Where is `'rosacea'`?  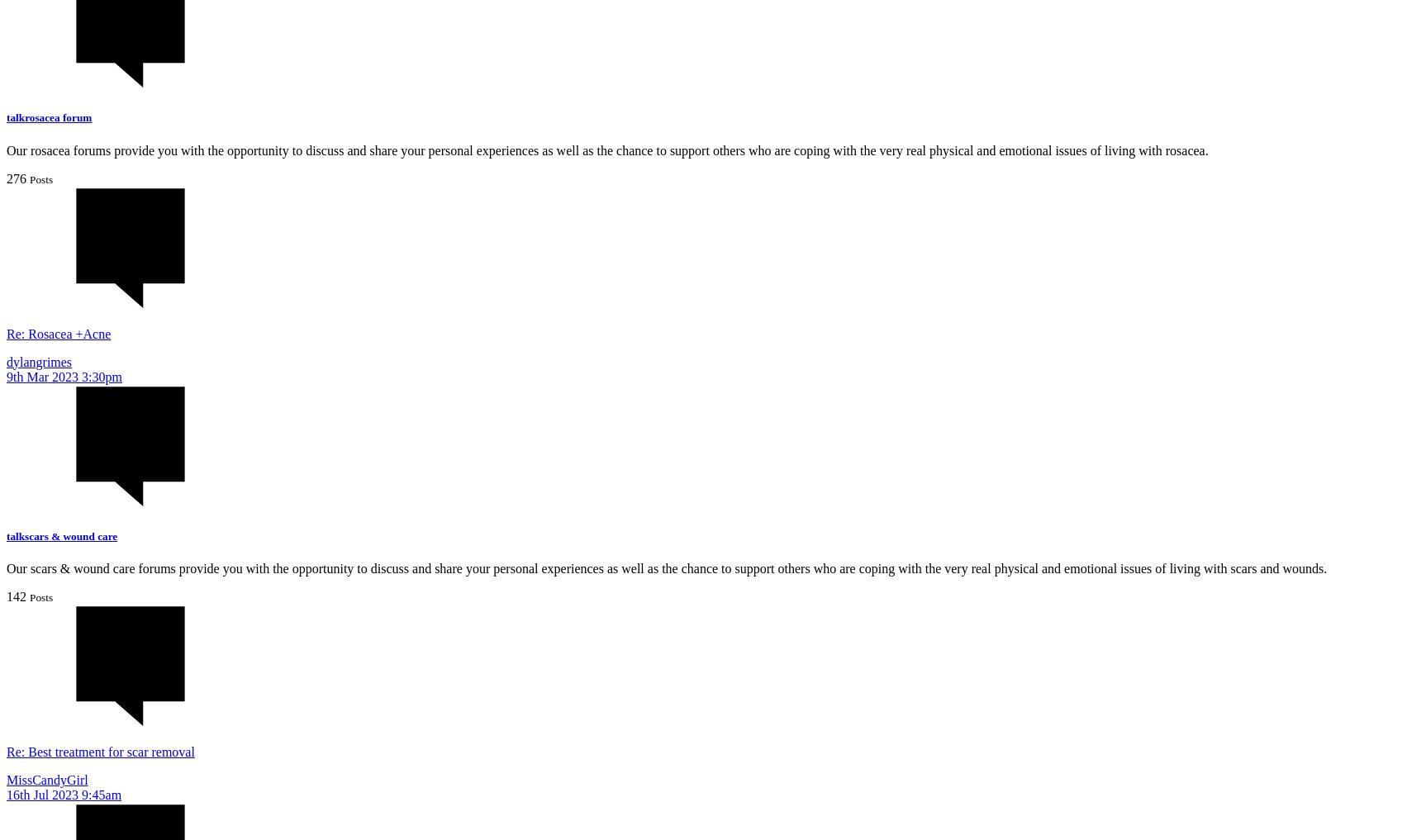
'rosacea' is located at coordinates (25, 116).